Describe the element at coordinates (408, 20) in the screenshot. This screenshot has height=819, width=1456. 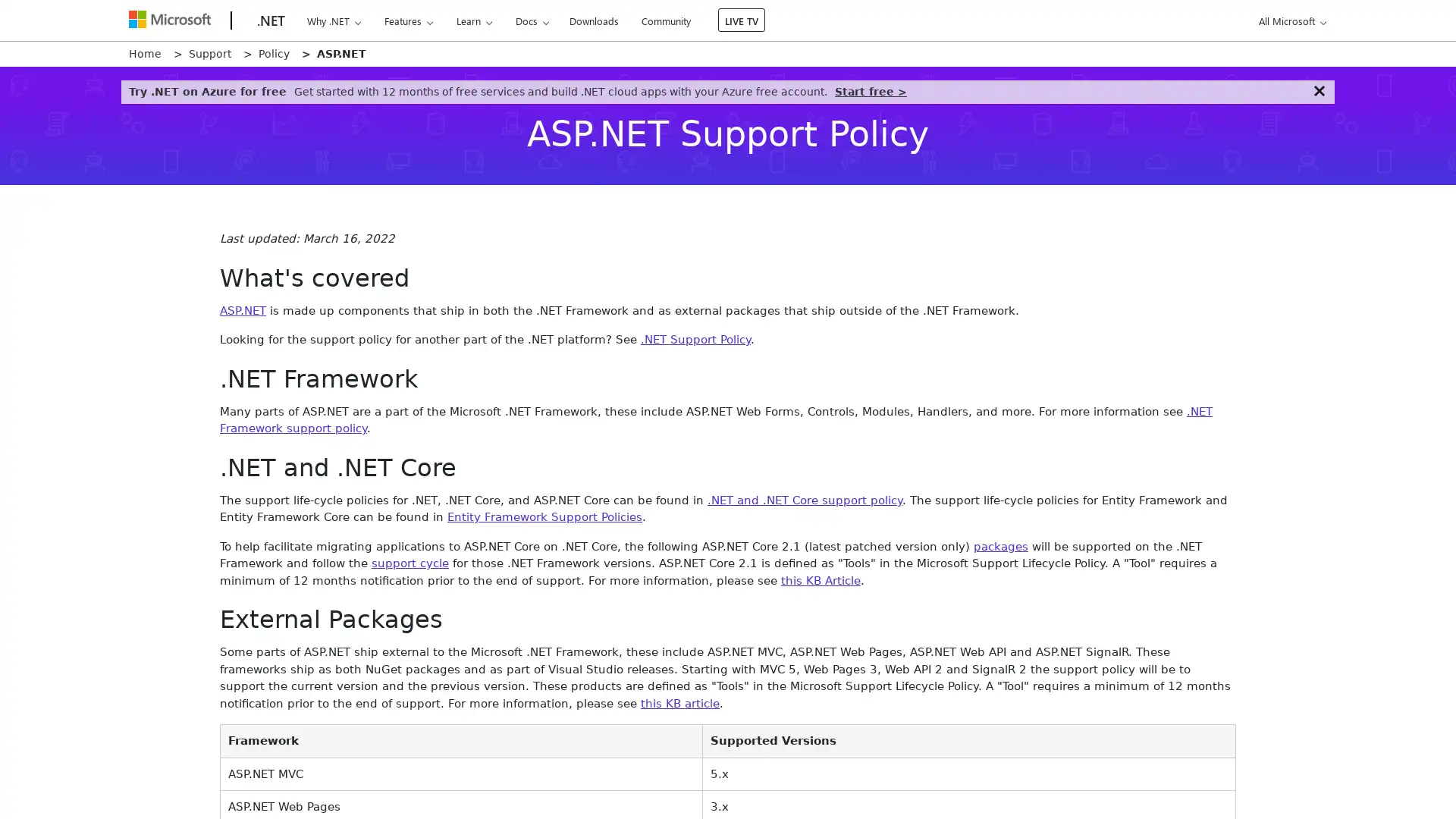
I see `Features` at that location.